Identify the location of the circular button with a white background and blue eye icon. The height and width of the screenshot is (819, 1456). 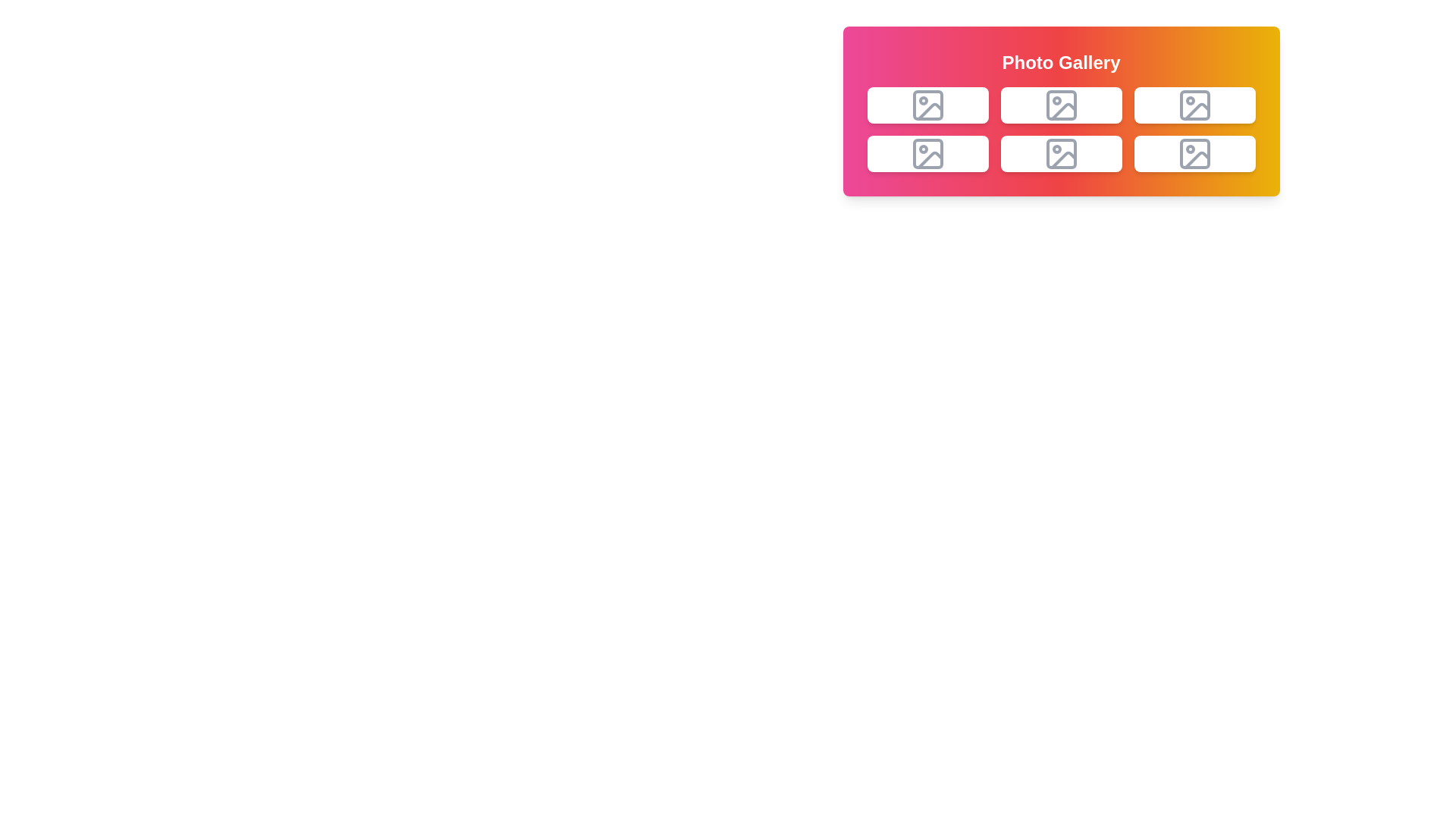
(908, 104).